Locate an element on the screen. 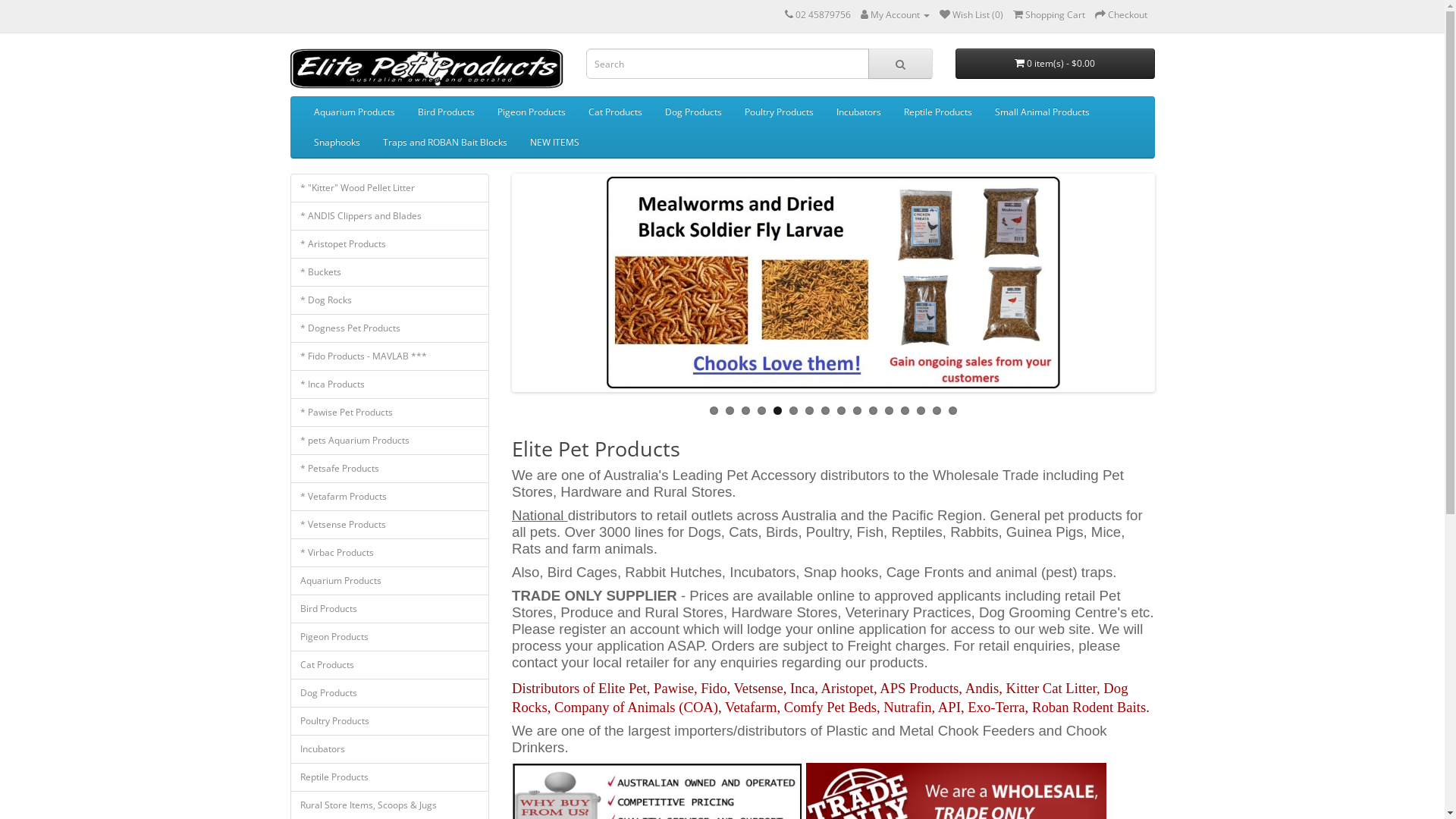 The height and width of the screenshot is (819, 1456). '* Inca Products' is located at coordinates (389, 383).